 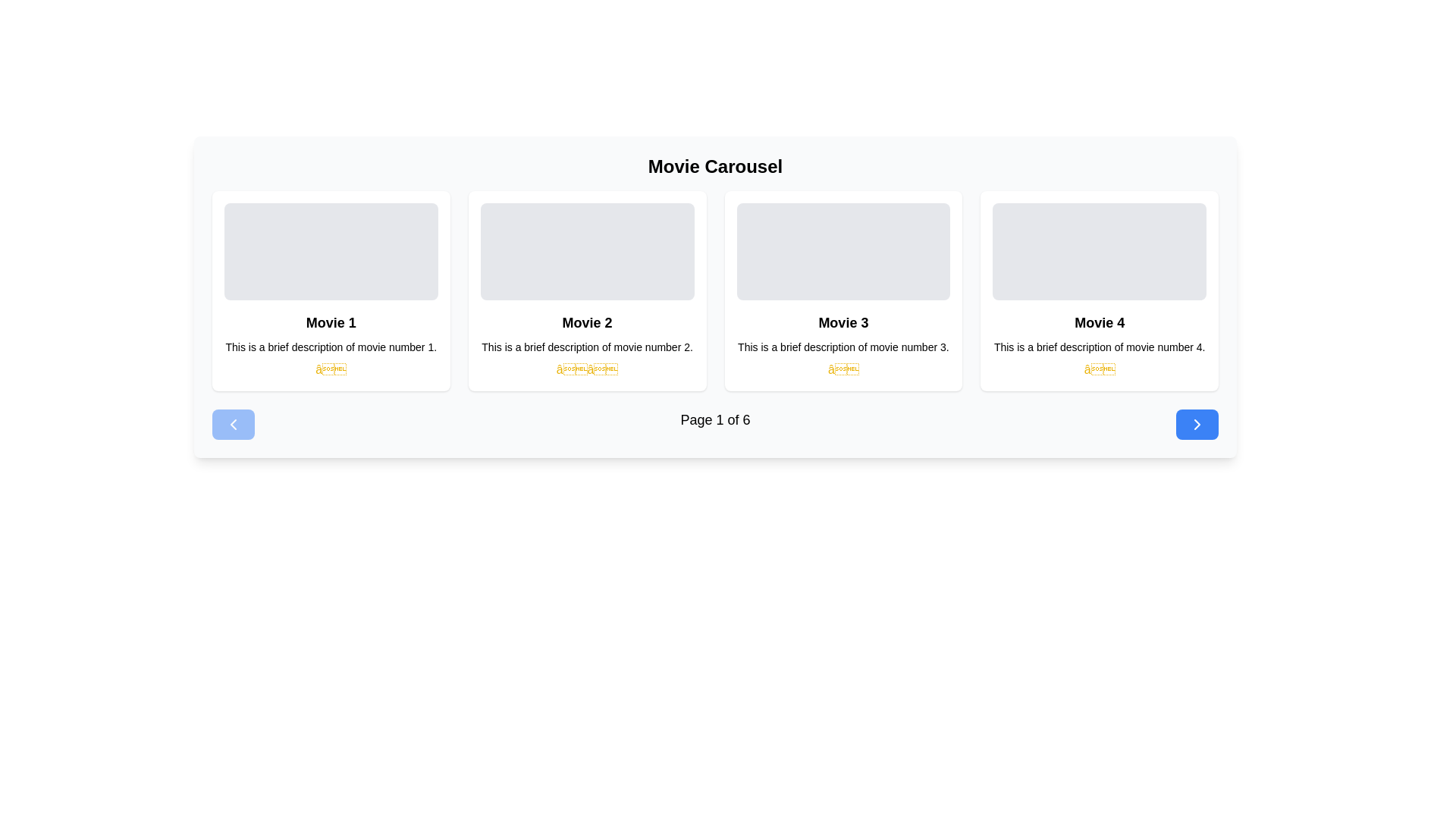 What do you see at coordinates (330, 370) in the screenshot?
I see `the star icon located at the bottom of the card for 'Movie 1'` at bounding box center [330, 370].